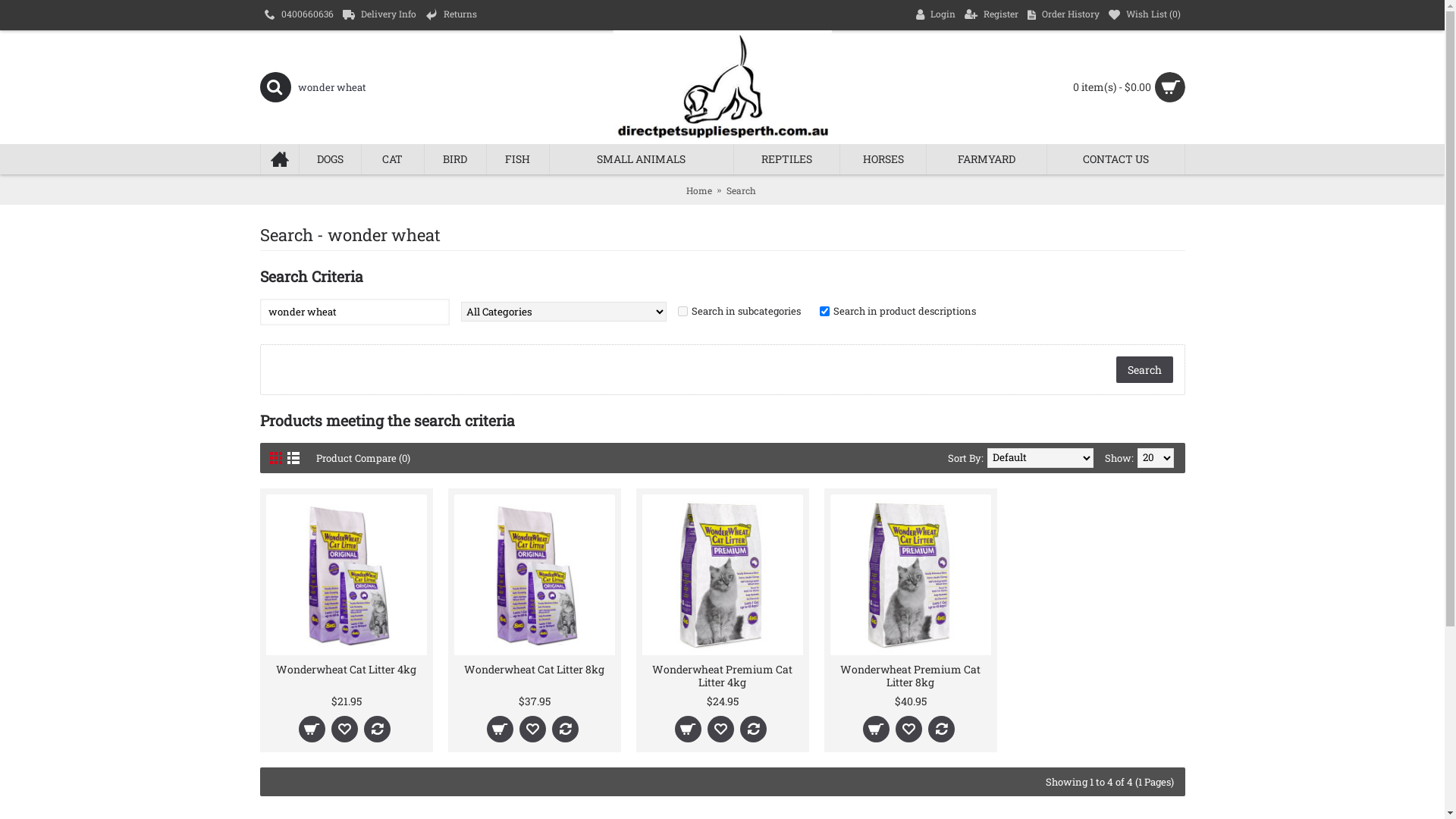 The height and width of the screenshot is (819, 1456). What do you see at coordinates (379, 14) in the screenshot?
I see `'Delivery Info'` at bounding box center [379, 14].